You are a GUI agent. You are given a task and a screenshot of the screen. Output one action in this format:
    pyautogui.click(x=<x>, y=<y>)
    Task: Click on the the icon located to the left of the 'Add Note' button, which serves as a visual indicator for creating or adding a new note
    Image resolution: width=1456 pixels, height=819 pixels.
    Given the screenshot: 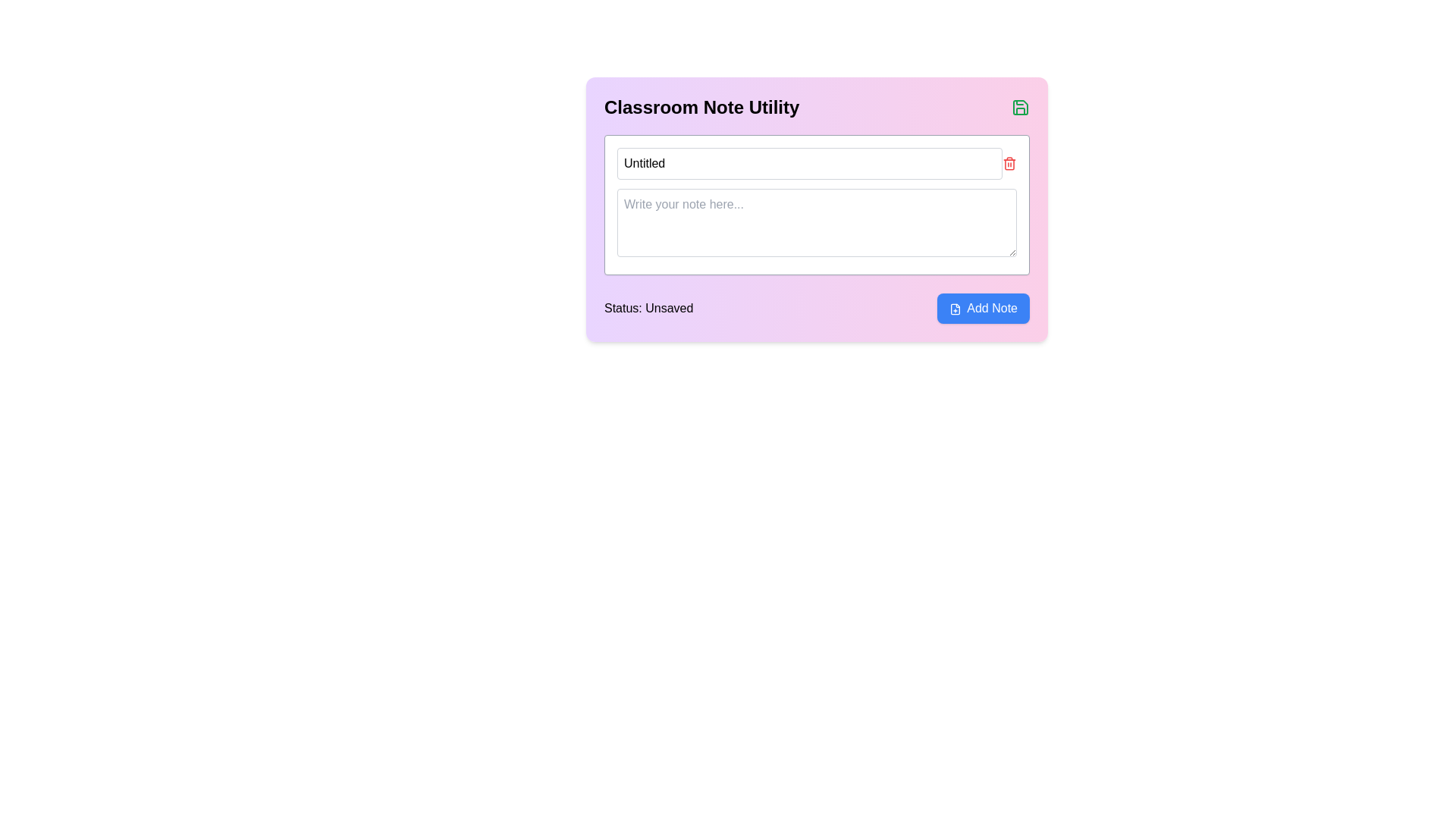 What is the action you would take?
    pyautogui.click(x=954, y=308)
    